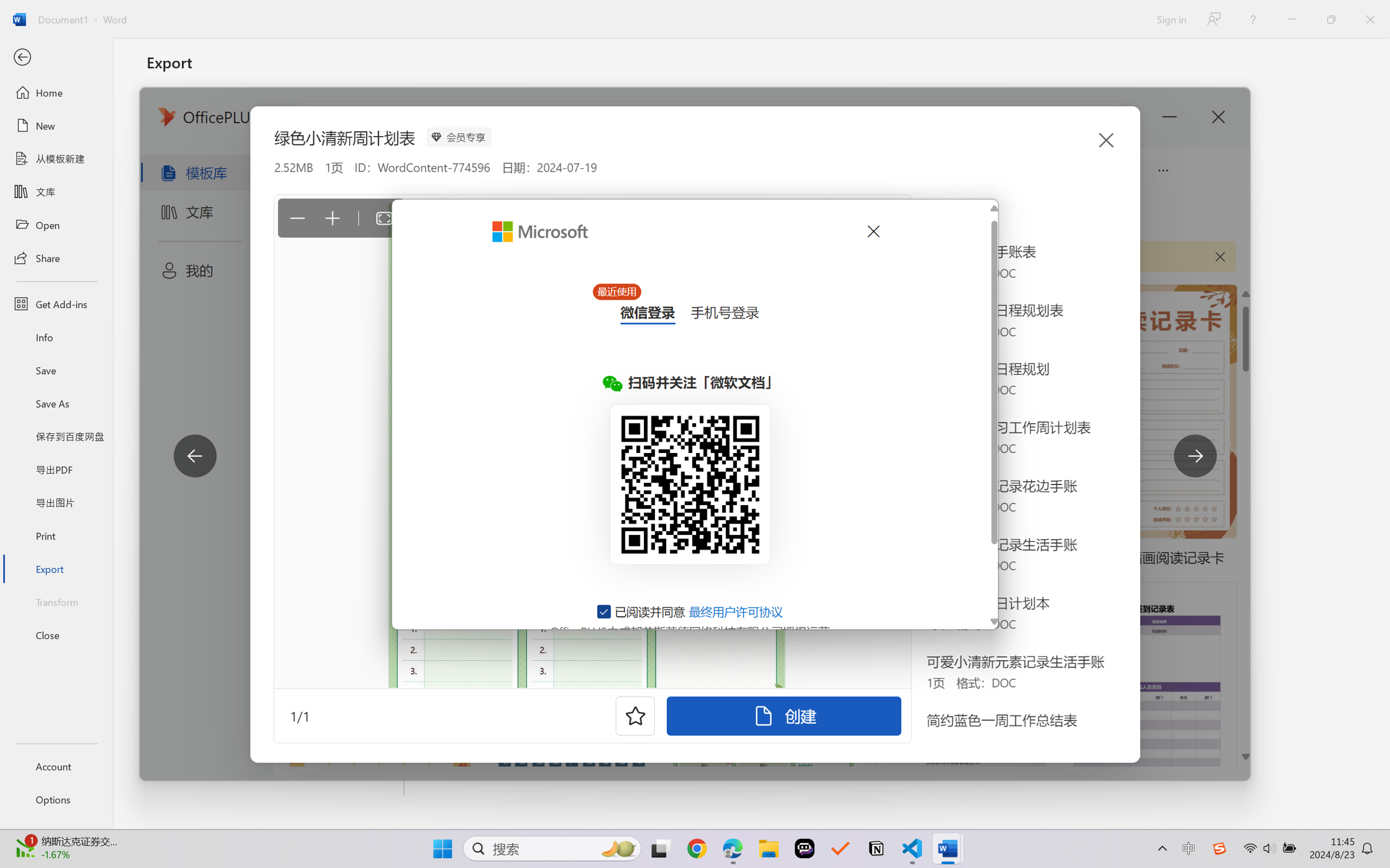  I want to click on 'Account', so click(56, 766).